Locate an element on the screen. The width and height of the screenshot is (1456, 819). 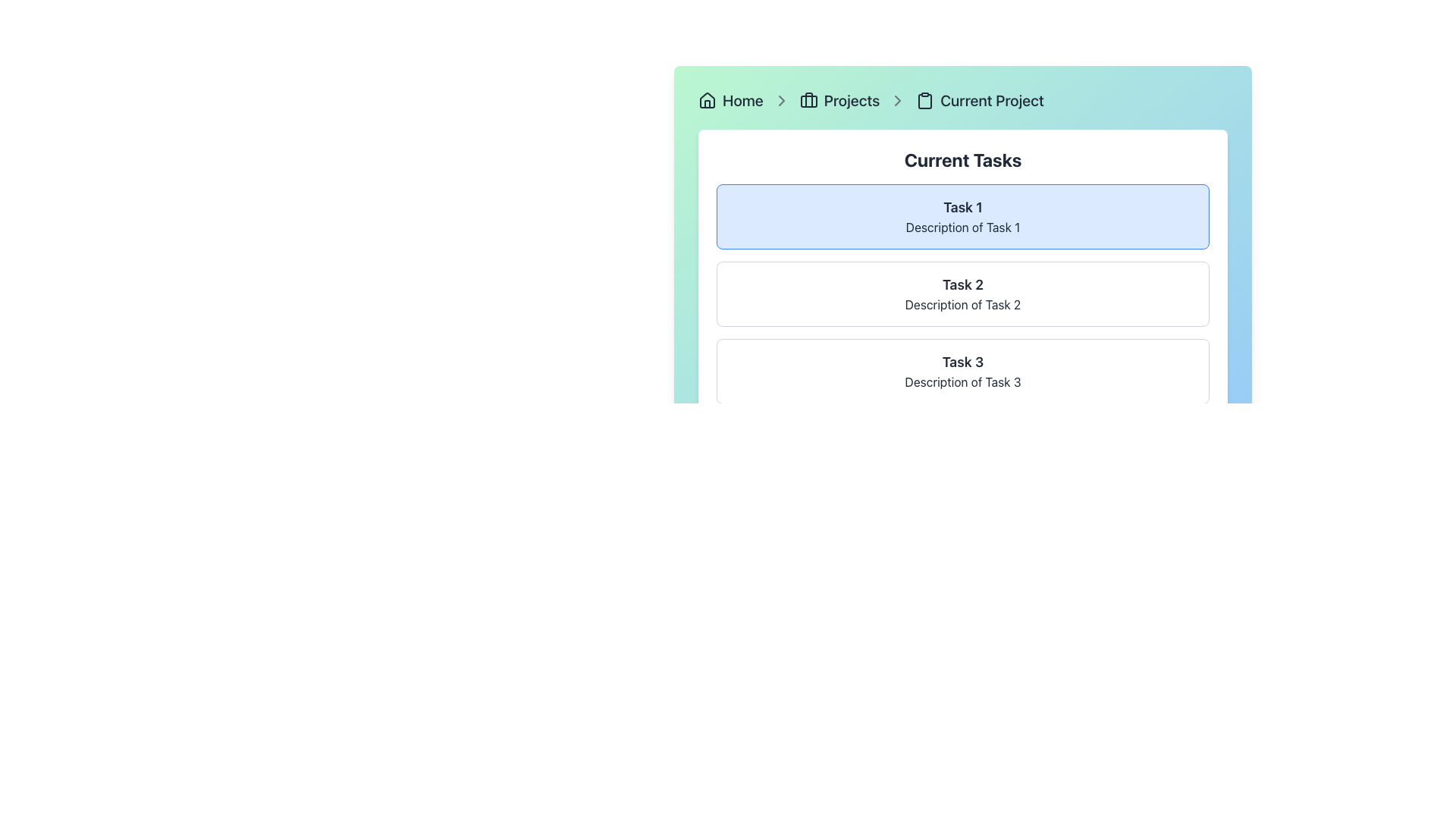
the 'Projects' hyperlink in the breadcrumb navigation bar is located at coordinates (839, 100).